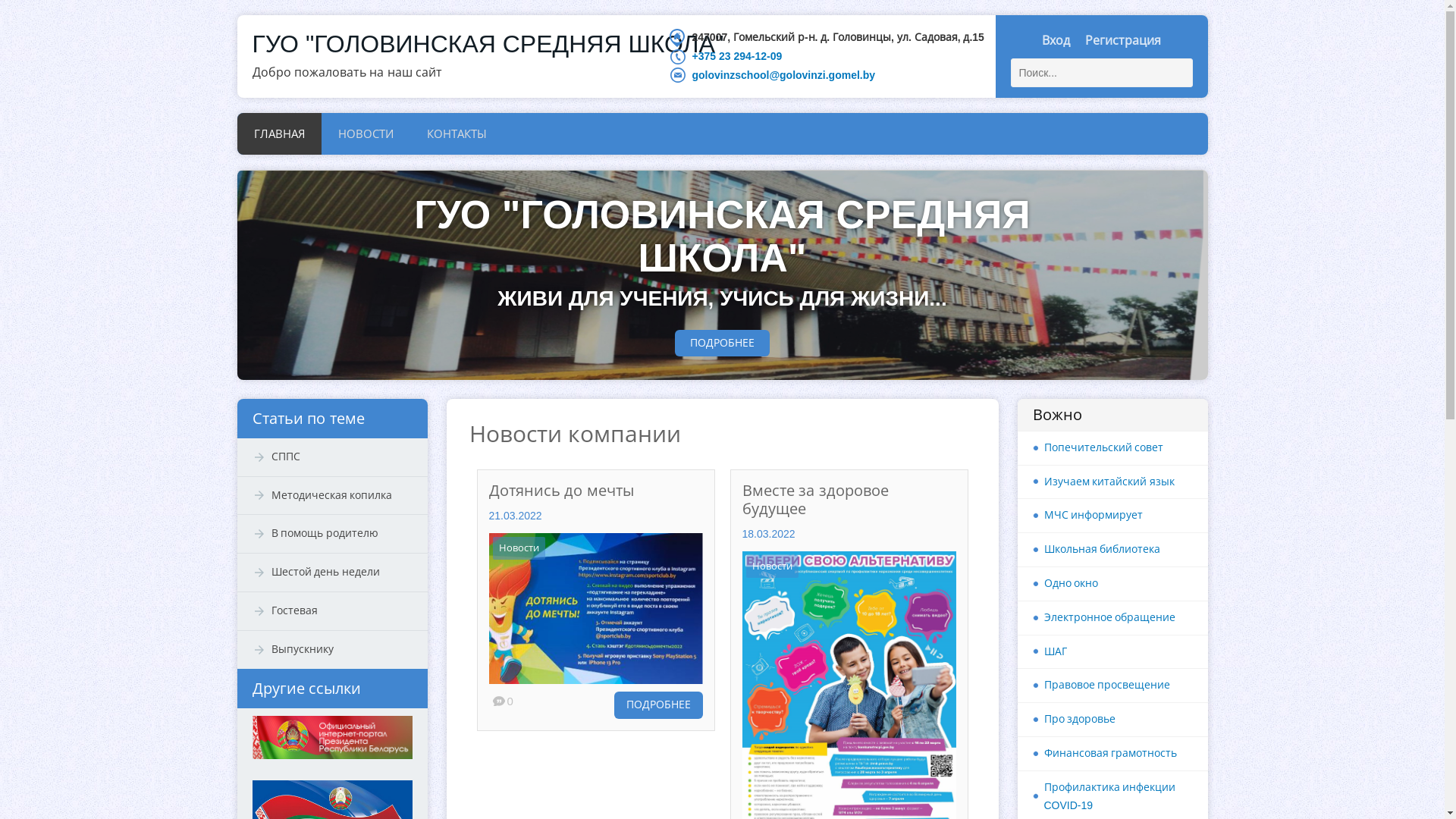 The height and width of the screenshot is (819, 1456). I want to click on '+375 23 294-12-09', so click(691, 55).